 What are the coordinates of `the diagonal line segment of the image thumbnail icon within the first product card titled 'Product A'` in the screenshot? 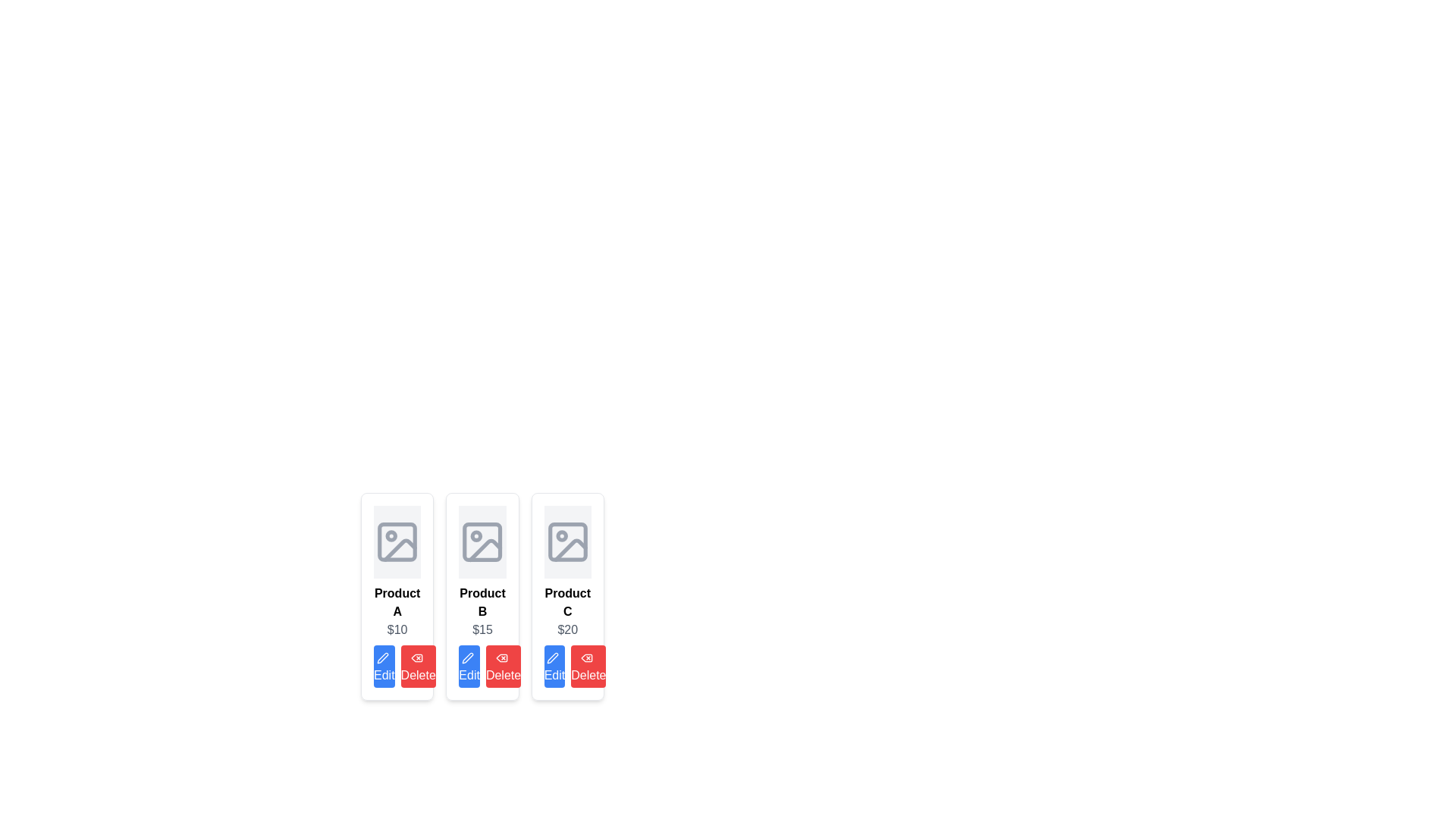 It's located at (400, 550).